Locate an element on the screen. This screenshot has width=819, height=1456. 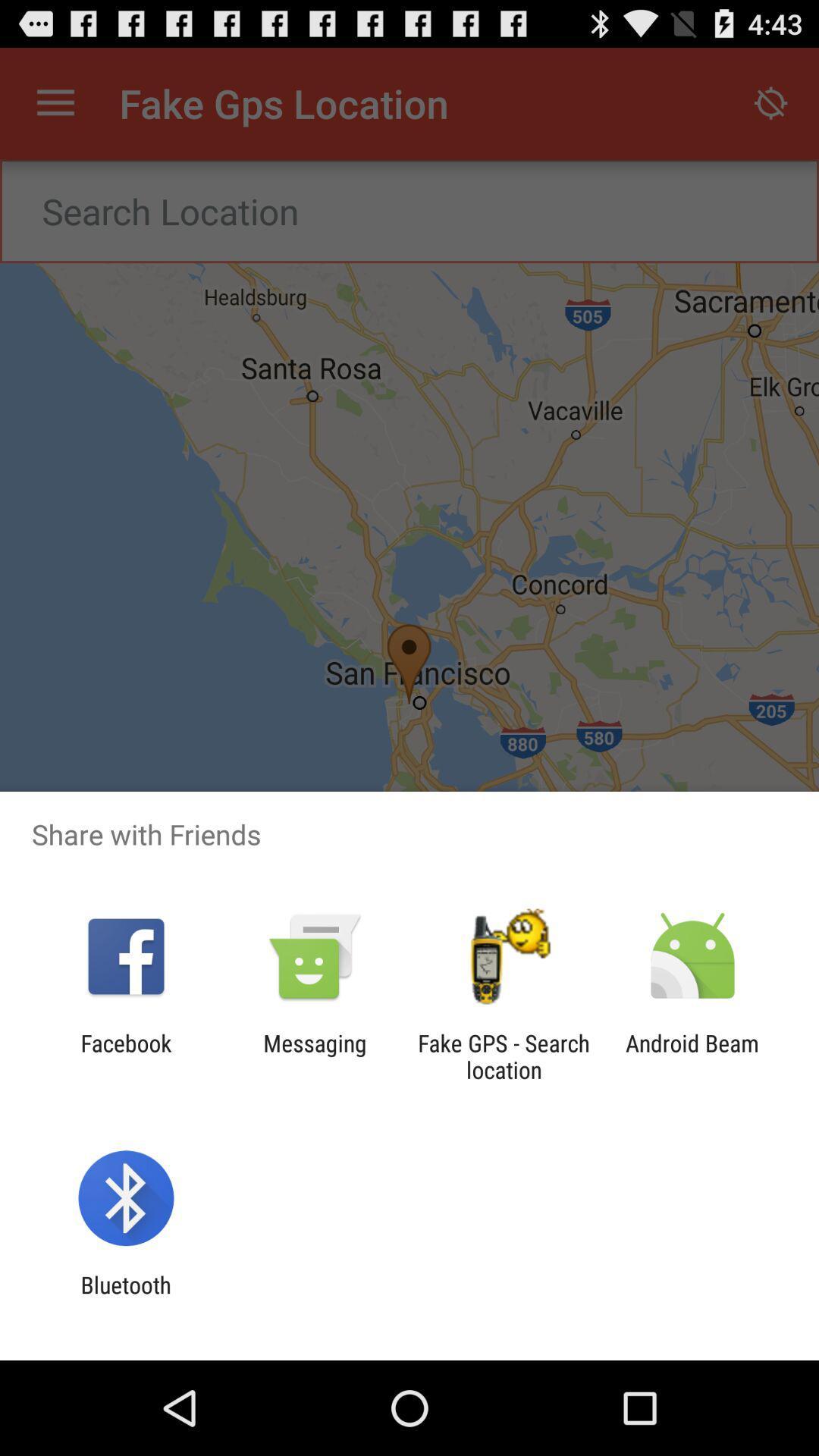
the icon next to messaging item is located at coordinates (125, 1056).